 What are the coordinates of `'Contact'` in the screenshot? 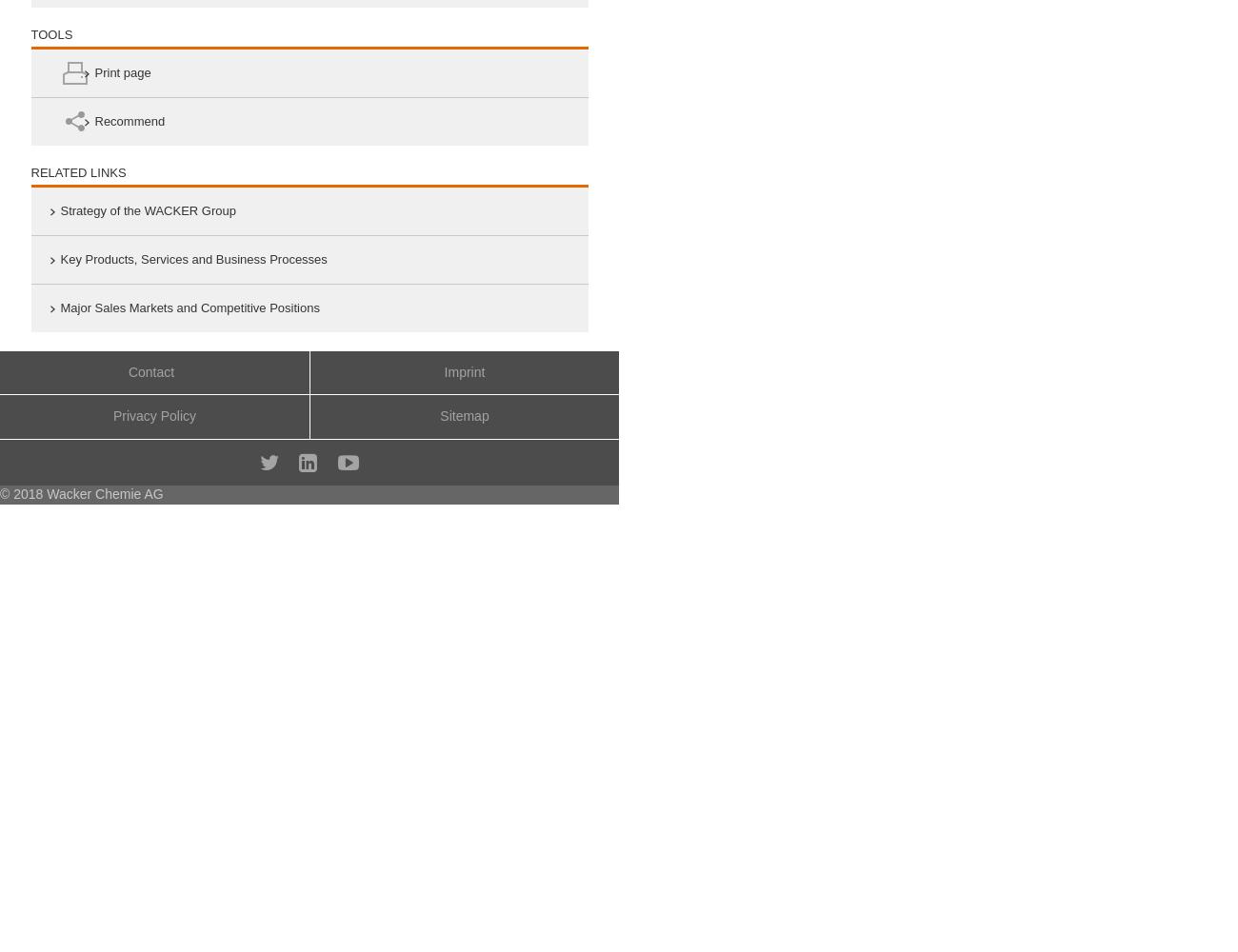 It's located at (150, 371).